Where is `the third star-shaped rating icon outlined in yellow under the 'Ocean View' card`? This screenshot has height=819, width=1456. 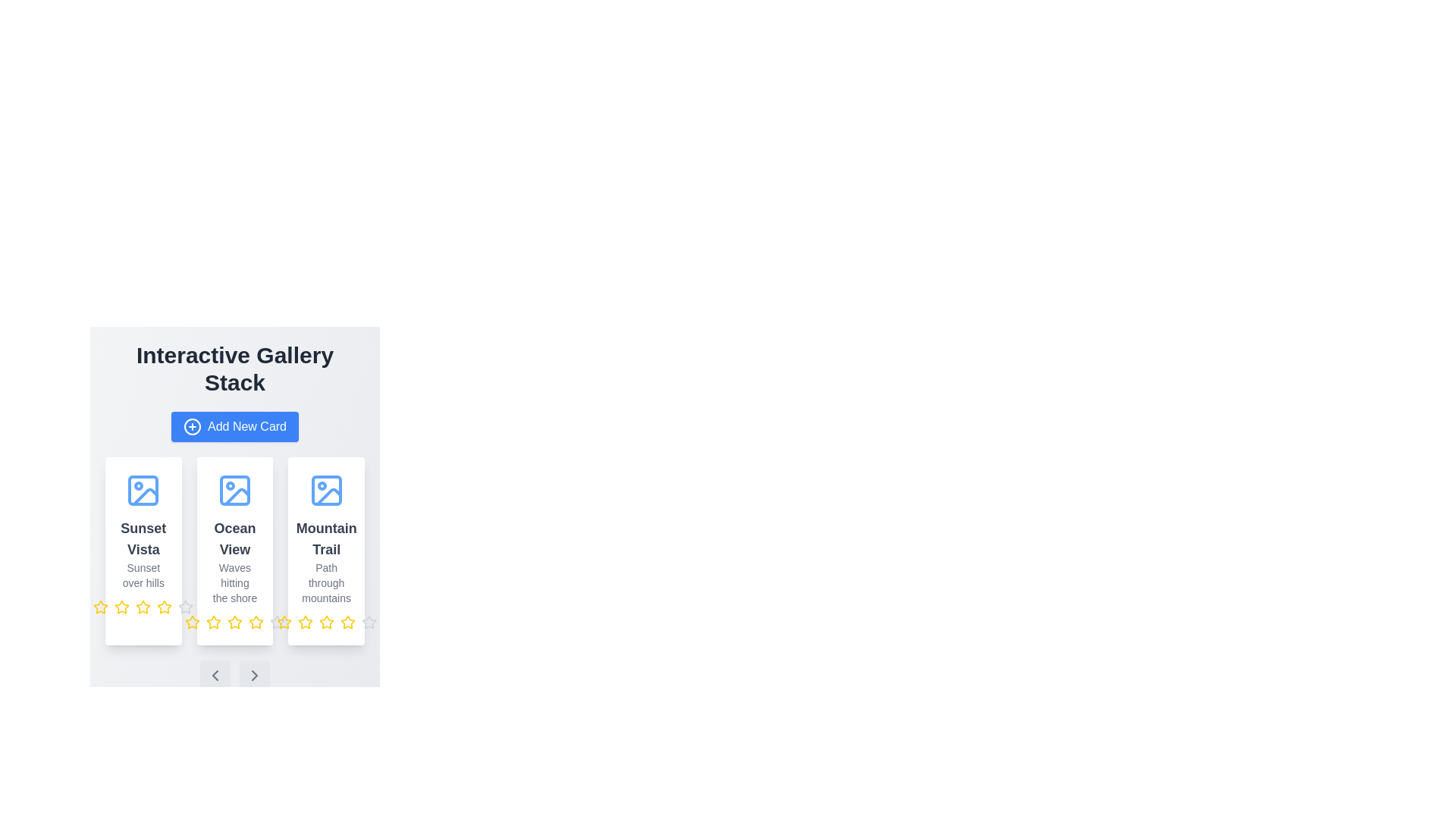
the third star-shaped rating icon outlined in yellow under the 'Ocean View' card is located at coordinates (192, 622).